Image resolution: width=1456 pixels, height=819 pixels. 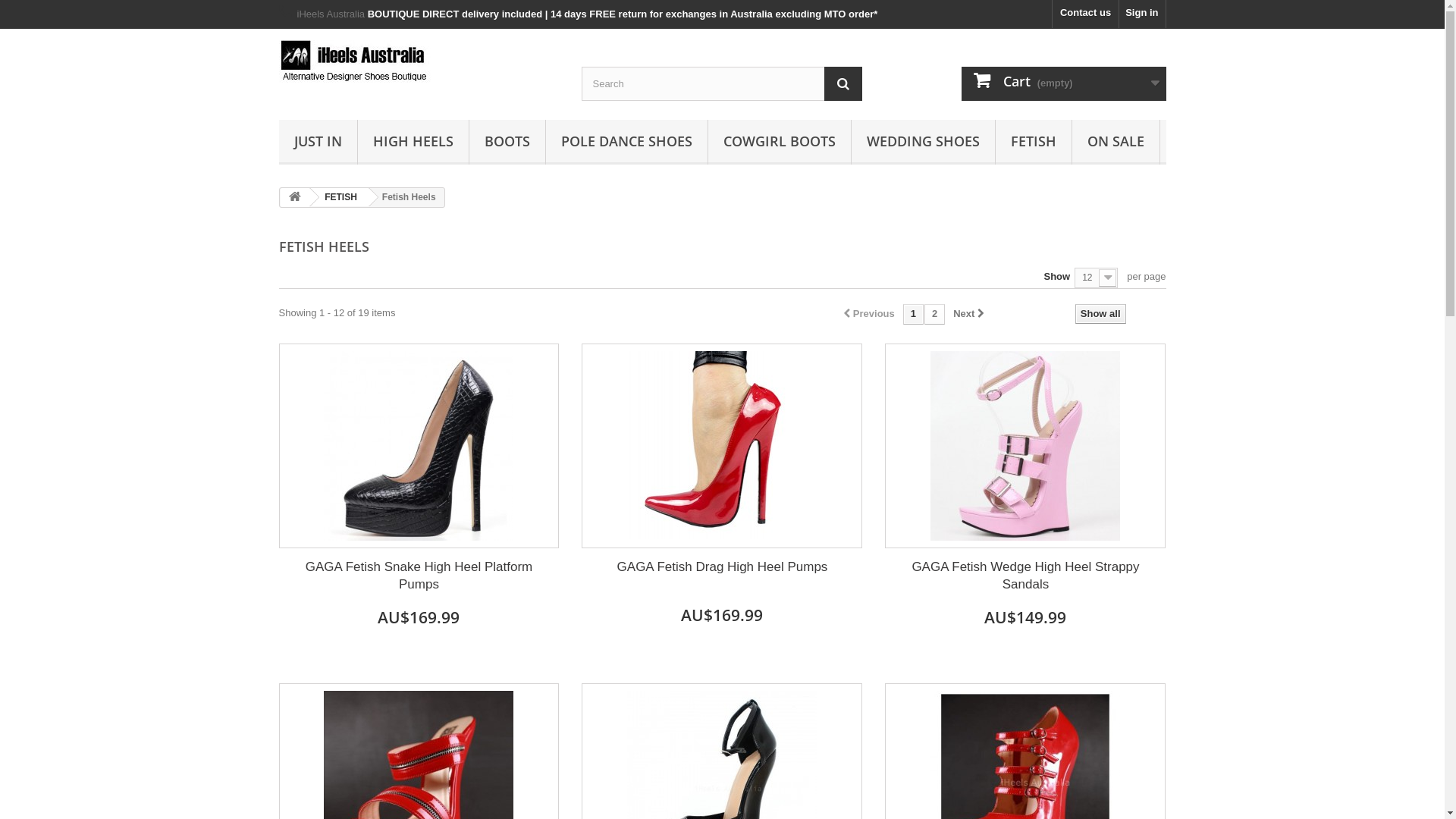 What do you see at coordinates (1142, 14) in the screenshot?
I see `'Sign in'` at bounding box center [1142, 14].